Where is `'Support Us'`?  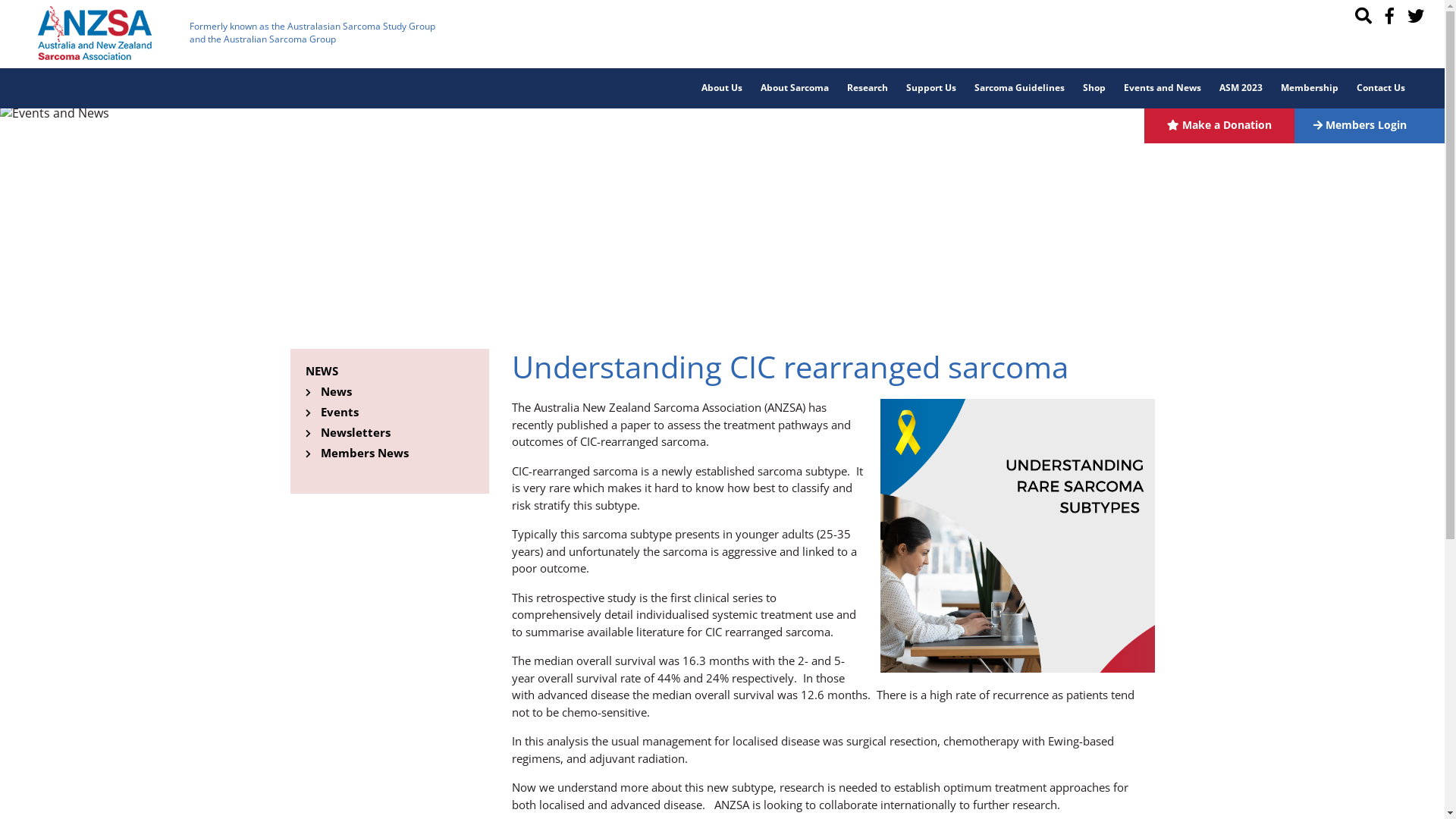 'Support Us' is located at coordinates (930, 88).